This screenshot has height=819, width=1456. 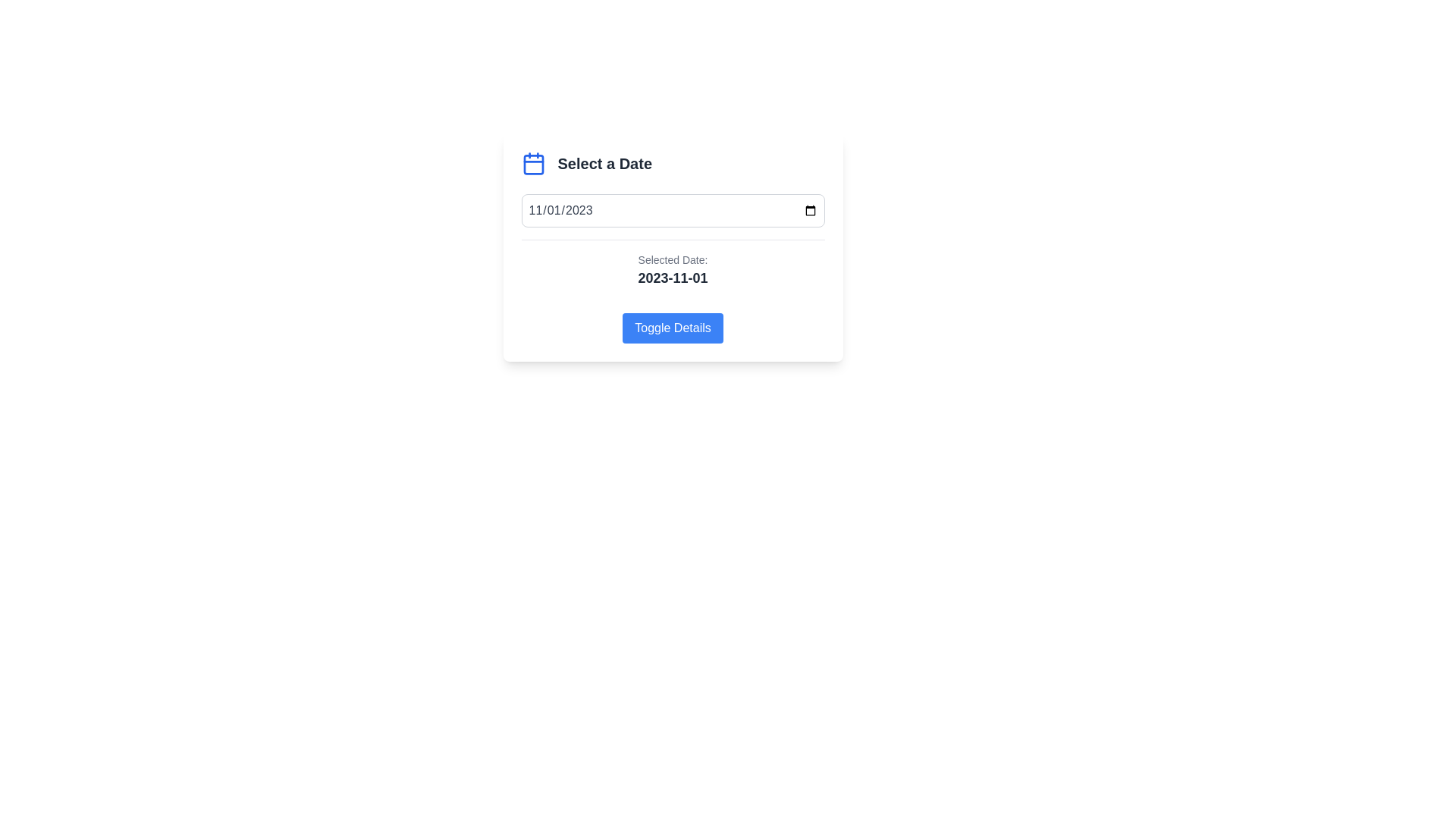 I want to click on the Static Text Display that shows the selected date, which is located in the panel below the date input field and above the 'Toggle Details' button, so click(x=672, y=269).